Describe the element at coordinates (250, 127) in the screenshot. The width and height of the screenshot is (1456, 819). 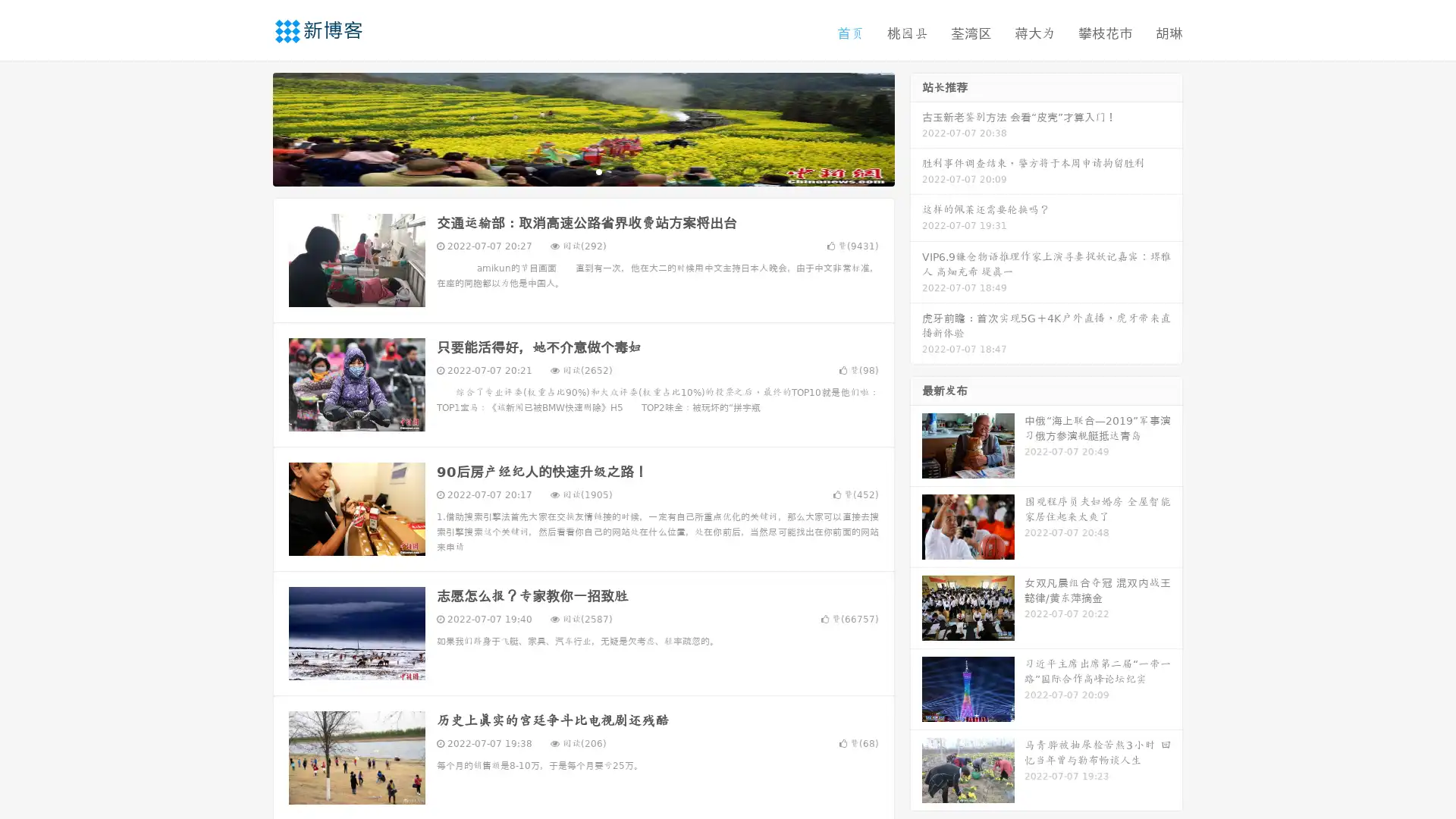
I see `Previous slide` at that location.